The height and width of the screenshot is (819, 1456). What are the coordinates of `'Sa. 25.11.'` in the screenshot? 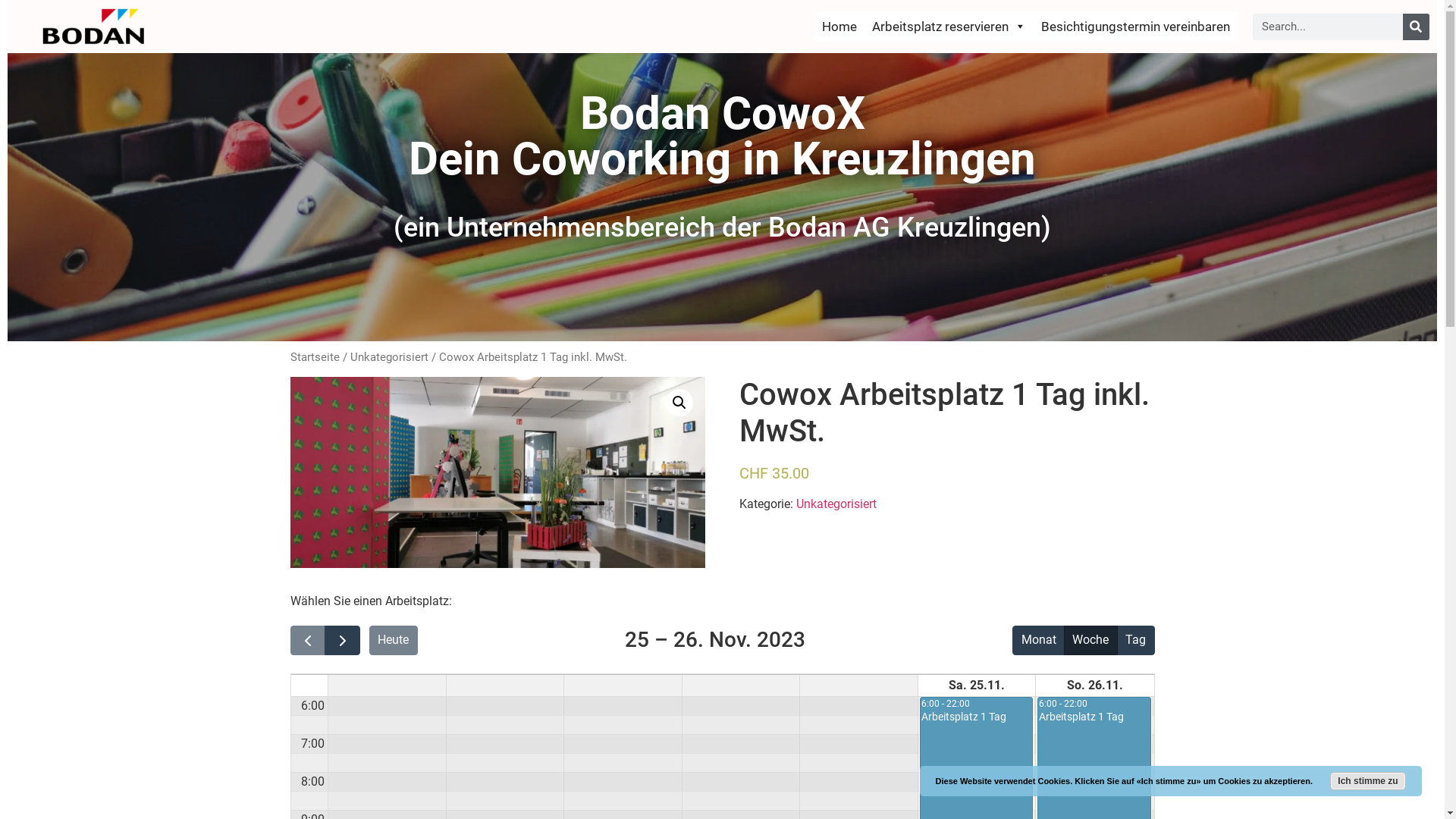 It's located at (945, 685).